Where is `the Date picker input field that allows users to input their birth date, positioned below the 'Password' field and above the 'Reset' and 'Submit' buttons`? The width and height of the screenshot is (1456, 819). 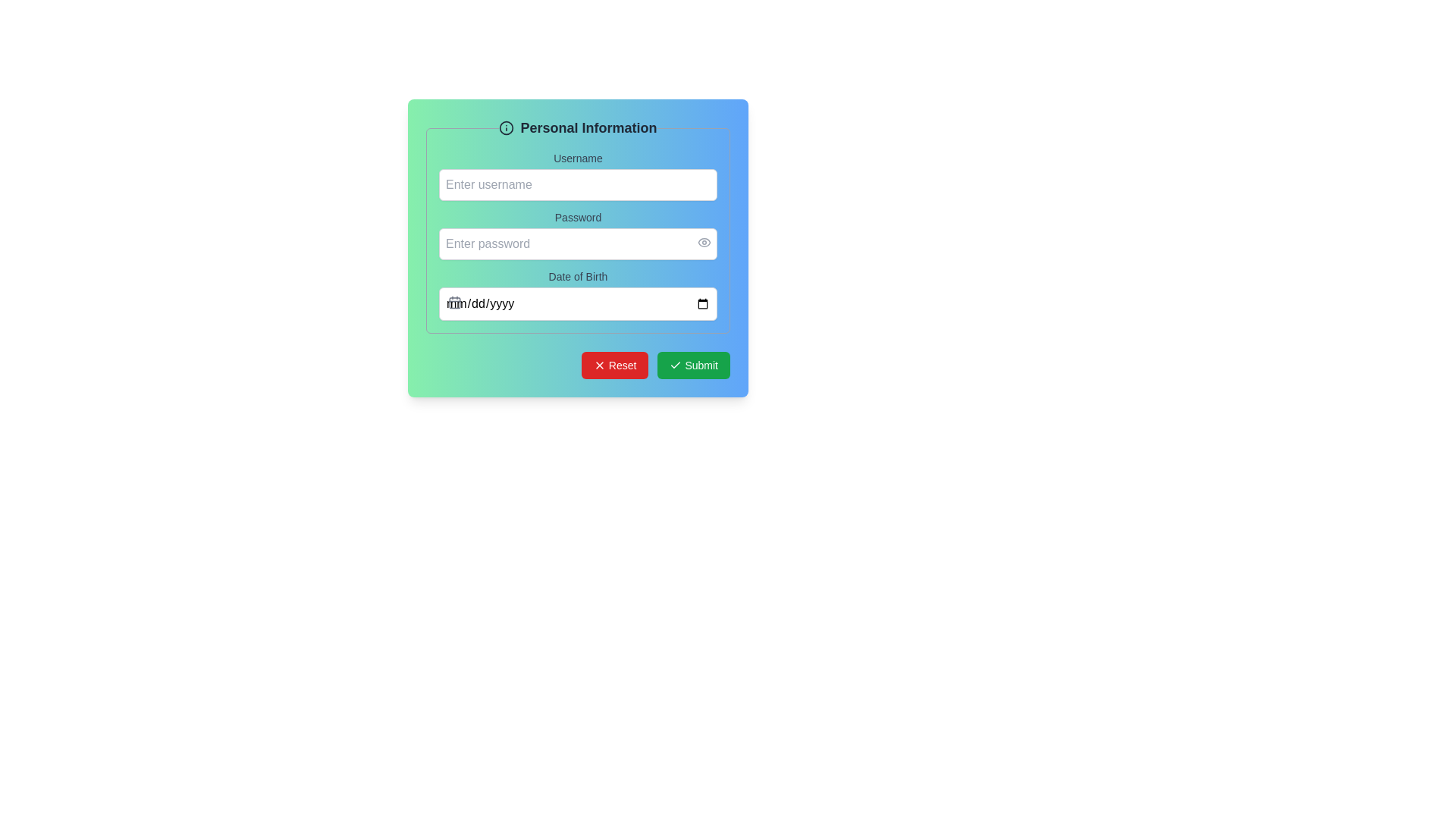
the Date picker input field that allows users to input their birth date, positioned below the 'Password' field and above the 'Reset' and 'Submit' buttons is located at coordinates (577, 295).